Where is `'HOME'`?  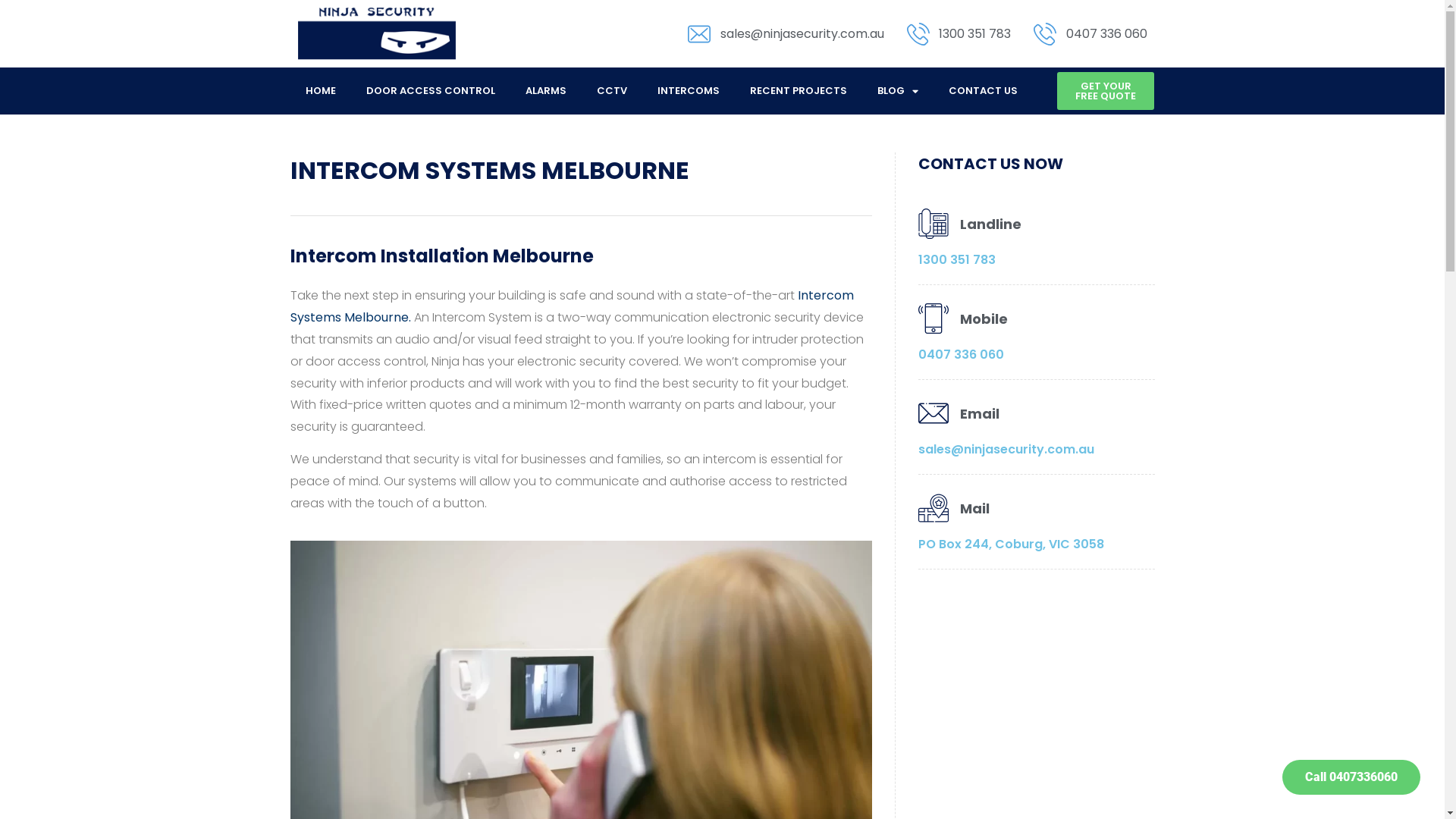 'HOME' is located at coordinates (319, 90).